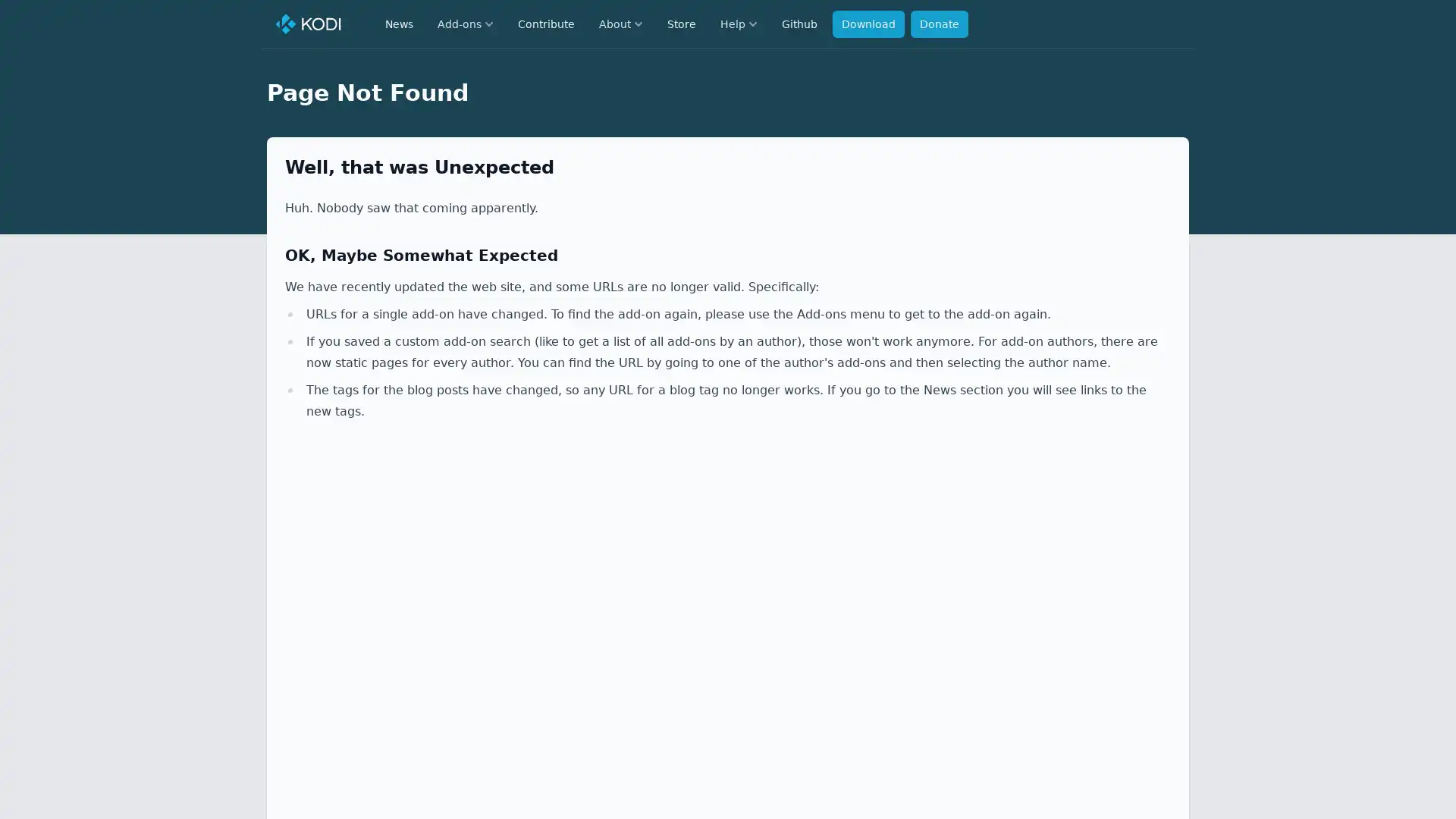 This screenshot has width=1456, height=819. What do you see at coordinates (465, 24) in the screenshot?
I see `Add-ons` at bounding box center [465, 24].